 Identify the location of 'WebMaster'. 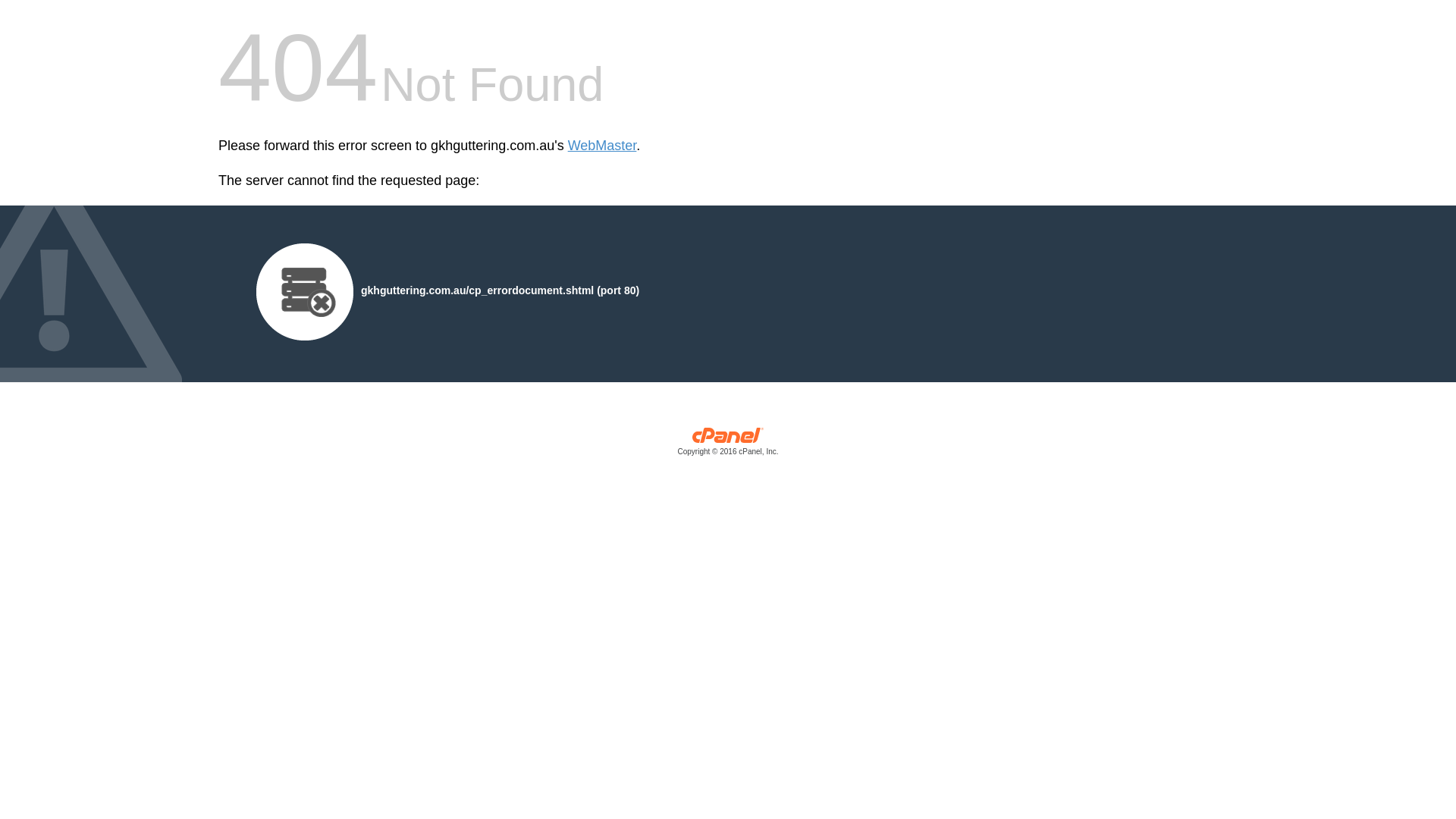
(601, 146).